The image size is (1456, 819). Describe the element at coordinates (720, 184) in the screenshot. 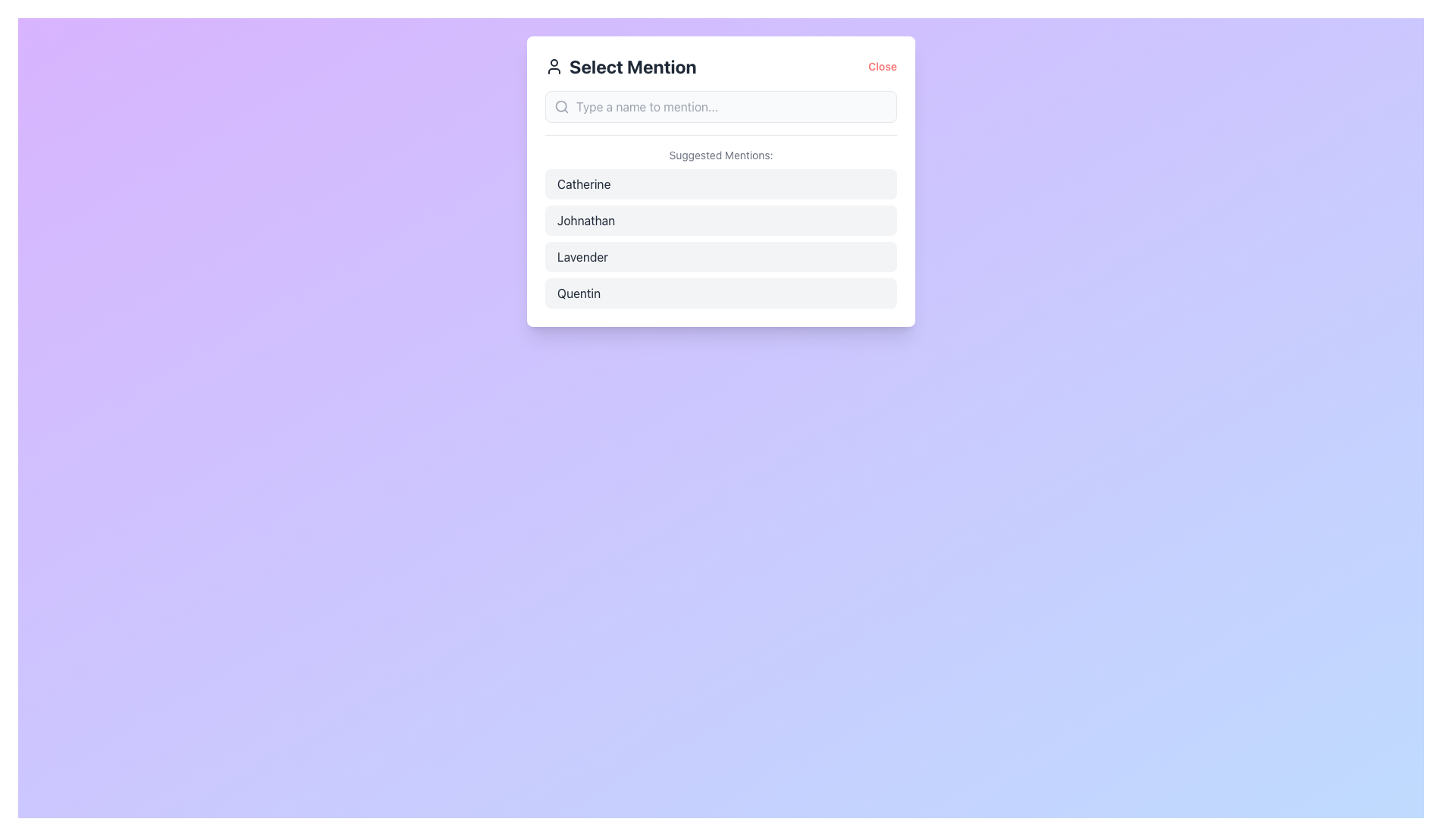

I see `the first item in the dropdown labeled 'Select Mention'` at that location.